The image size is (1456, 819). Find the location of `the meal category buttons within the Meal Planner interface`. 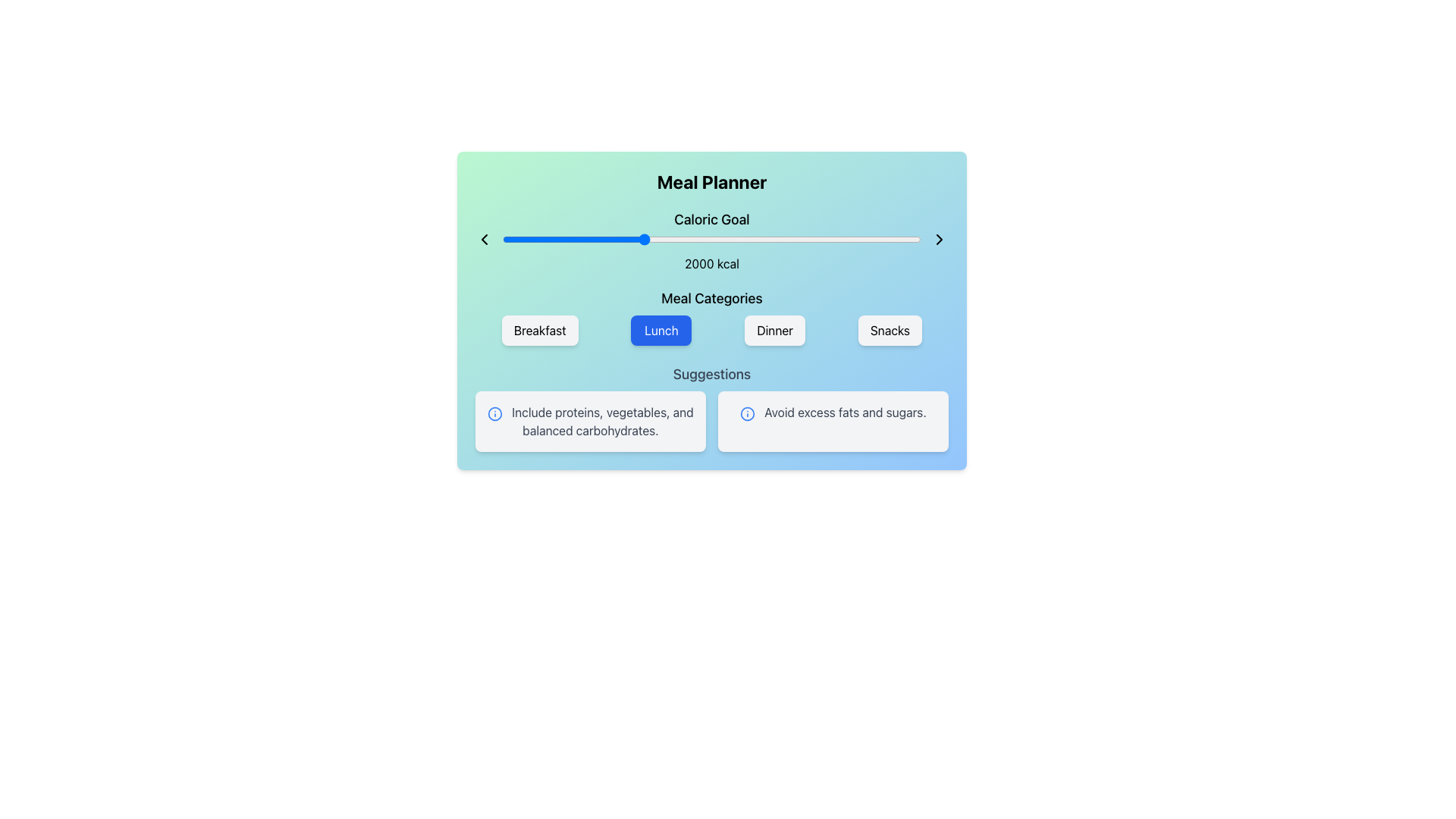

the meal category buttons within the Meal Planner interface is located at coordinates (711, 309).